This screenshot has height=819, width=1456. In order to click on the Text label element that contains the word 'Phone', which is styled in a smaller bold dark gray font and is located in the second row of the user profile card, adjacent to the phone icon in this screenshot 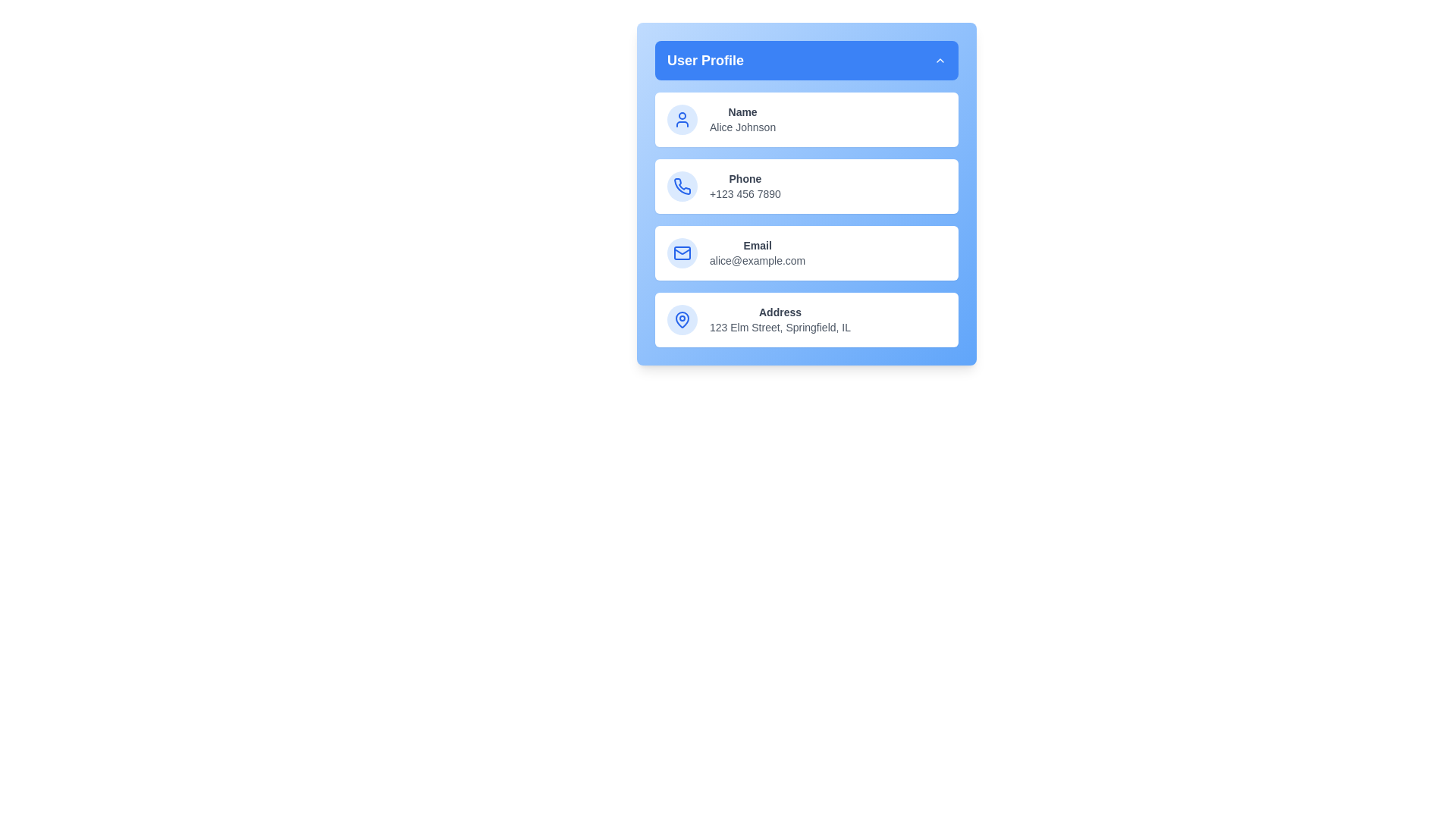, I will do `click(745, 177)`.